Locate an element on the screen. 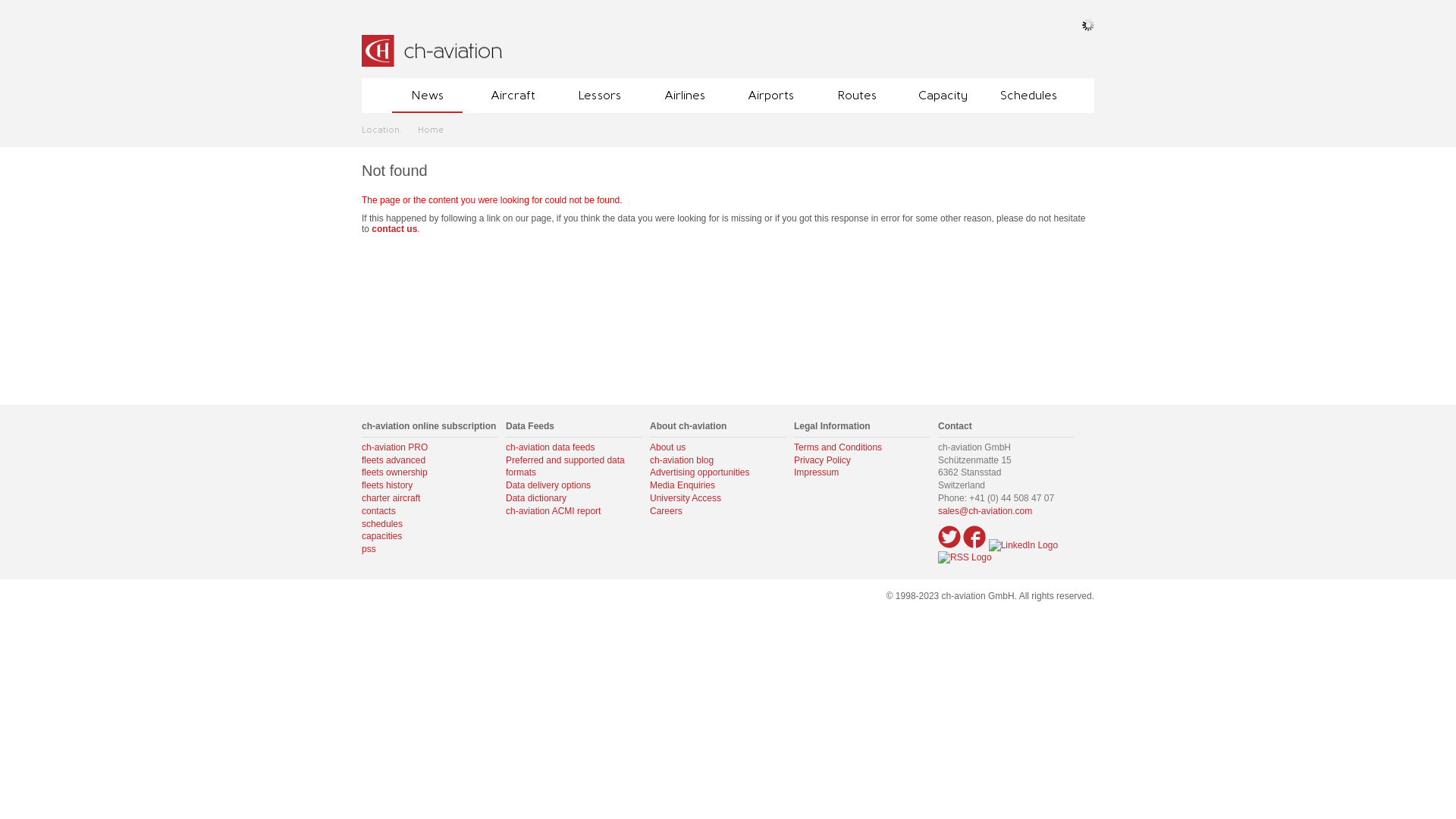 The height and width of the screenshot is (819, 1456). 'contact us' is located at coordinates (371, 228).